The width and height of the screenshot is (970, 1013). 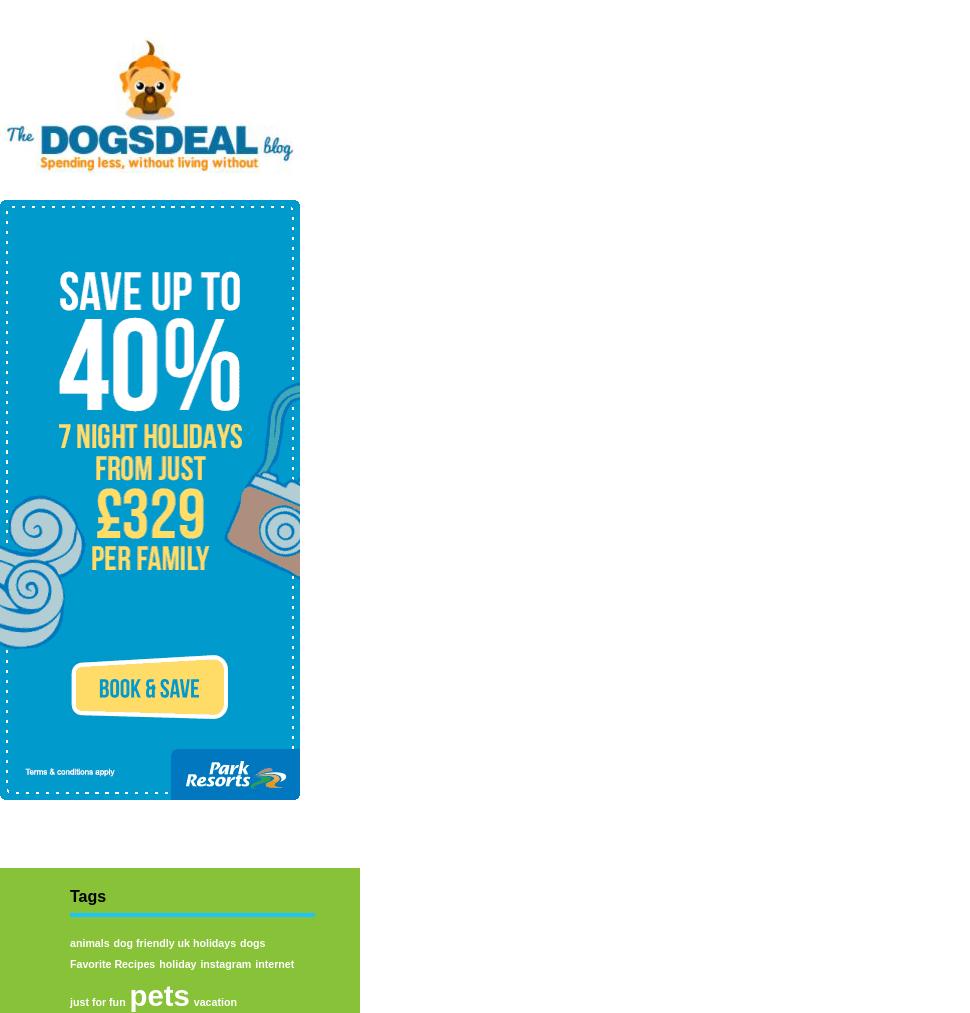 I want to click on 'pets', so click(x=129, y=994).